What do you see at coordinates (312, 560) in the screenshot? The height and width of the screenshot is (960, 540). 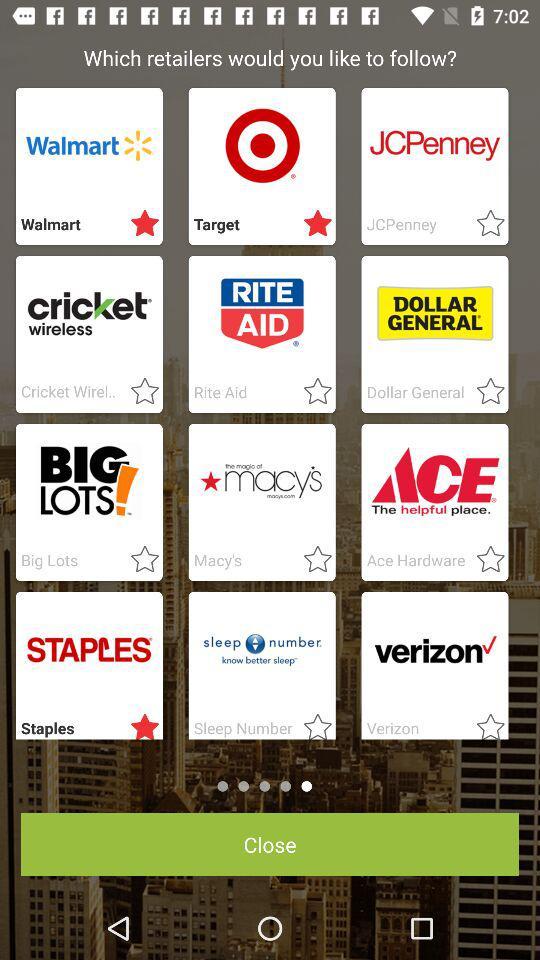 I see `fovread` at bounding box center [312, 560].